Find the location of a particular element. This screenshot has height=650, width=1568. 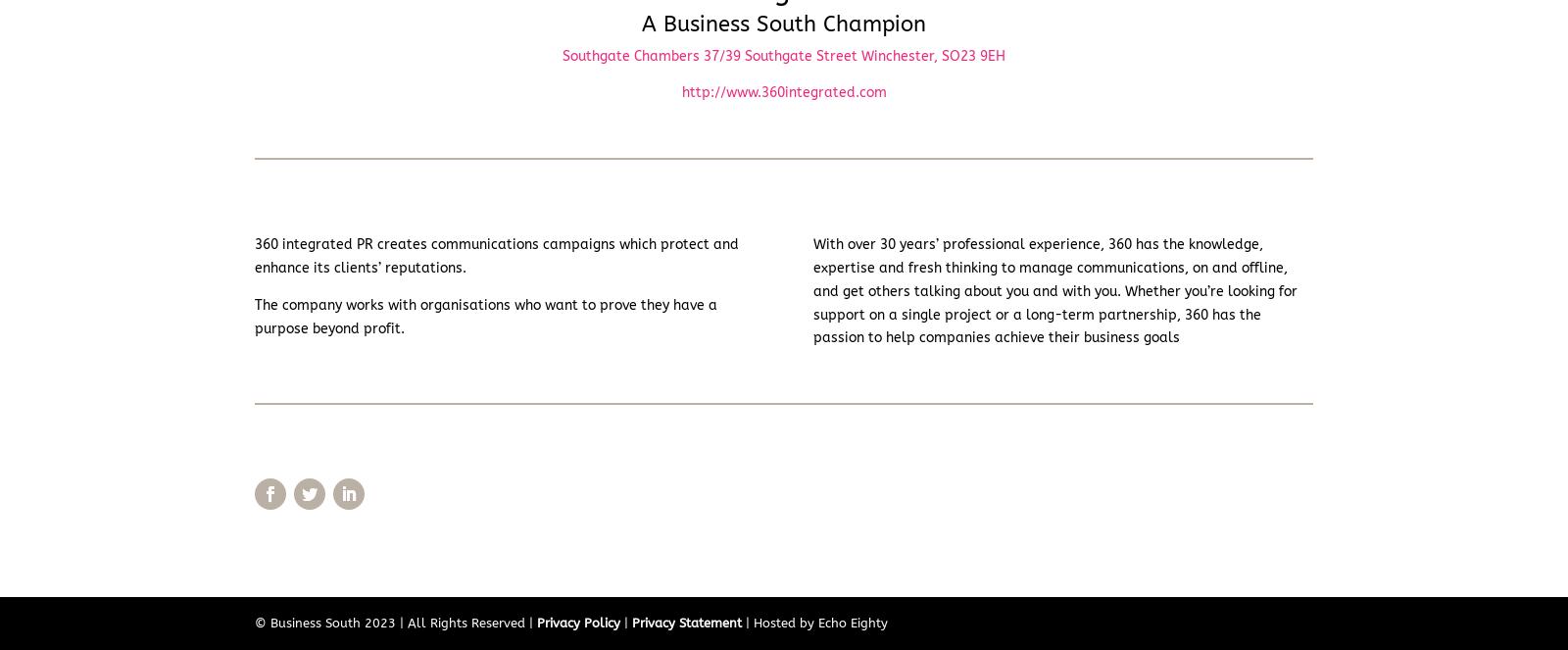

'|' is located at coordinates (626, 622).